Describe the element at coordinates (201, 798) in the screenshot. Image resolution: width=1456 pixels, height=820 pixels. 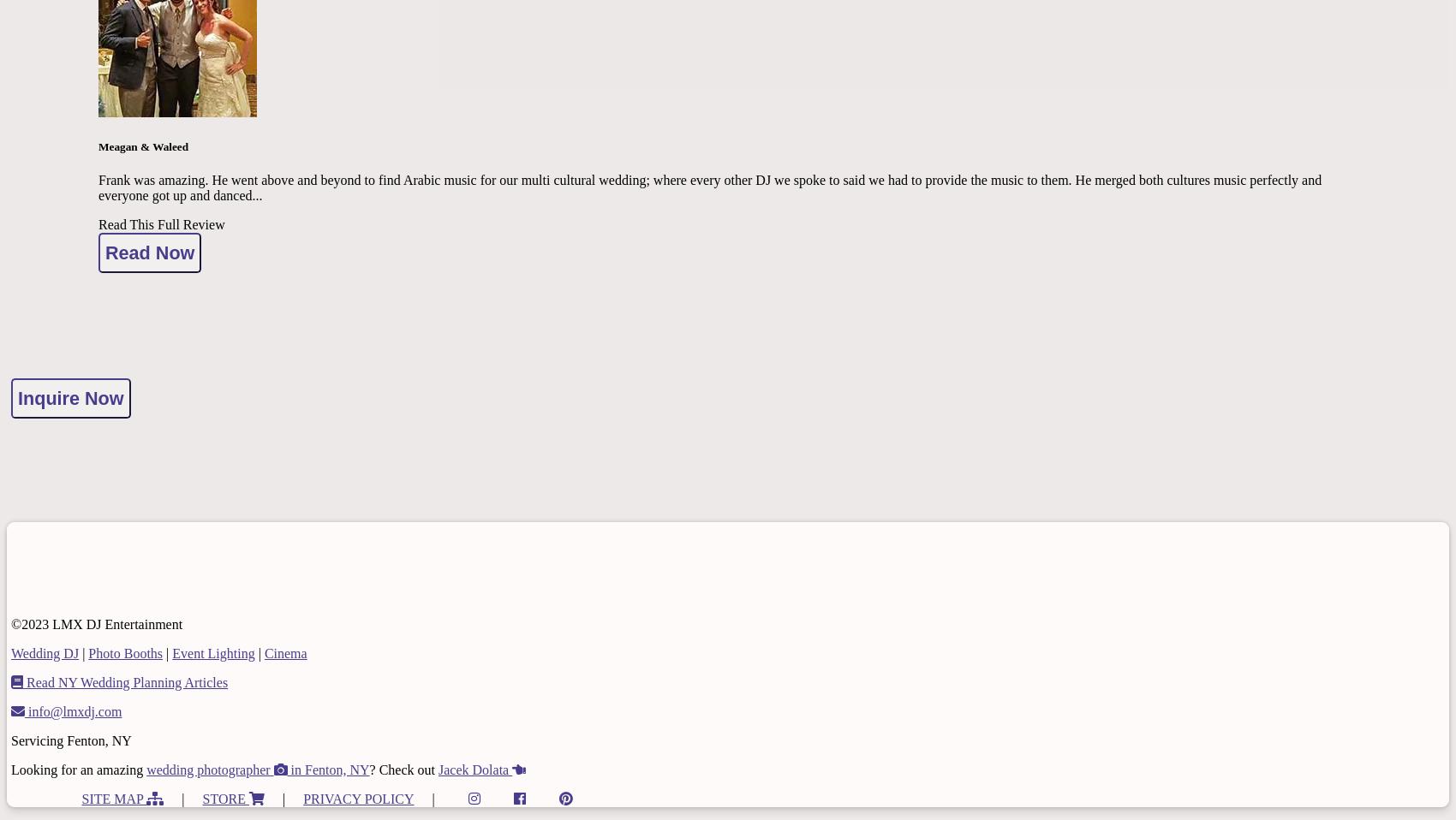
I see `'Store'` at that location.